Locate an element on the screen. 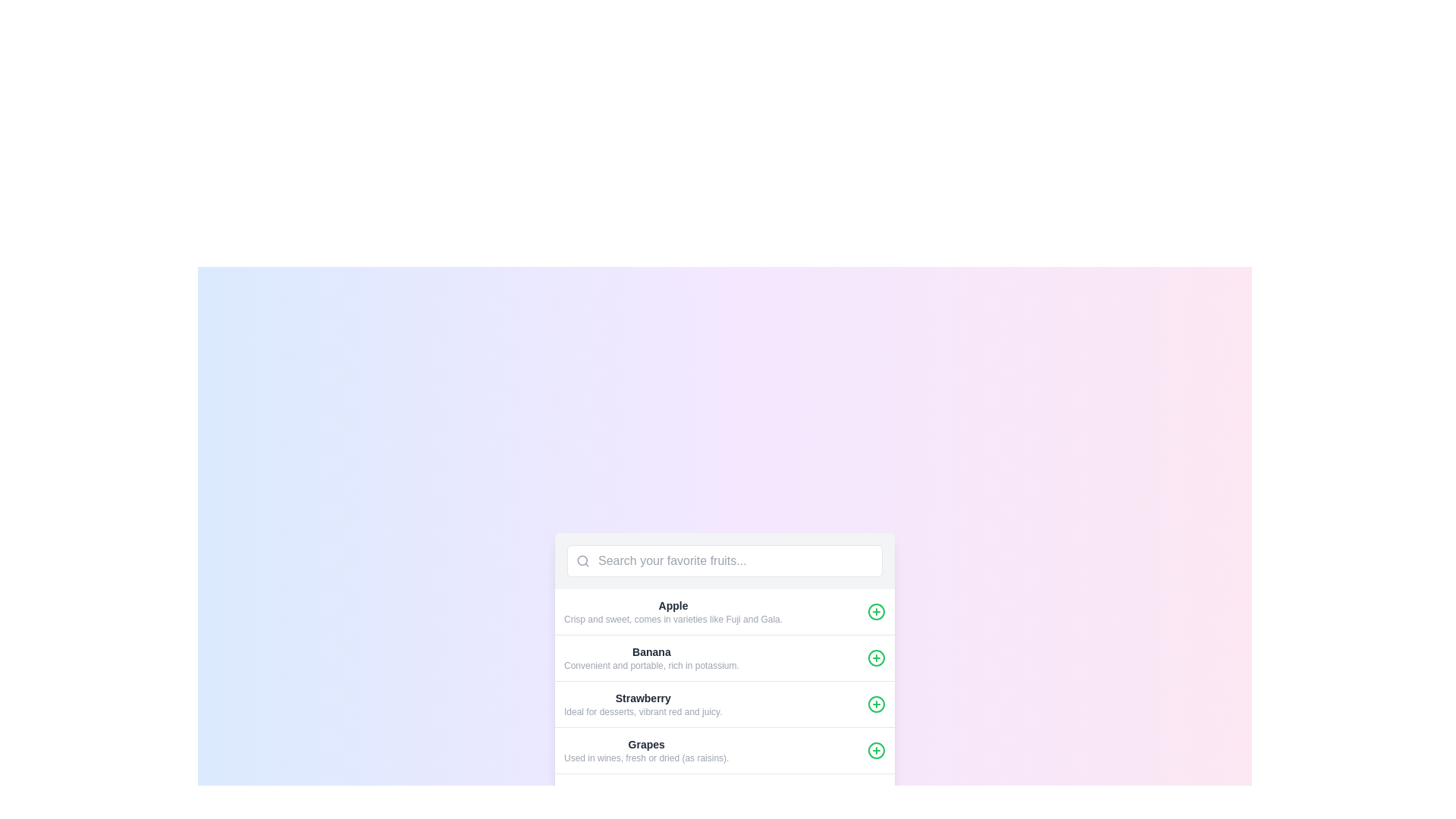 The height and width of the screenshot is (819, 1456). the circular green-bordered button with a plus symbol to initiate the 'add' action, positioned to the right of the 'Strawberry' text description is located at coordinates (877, 704).